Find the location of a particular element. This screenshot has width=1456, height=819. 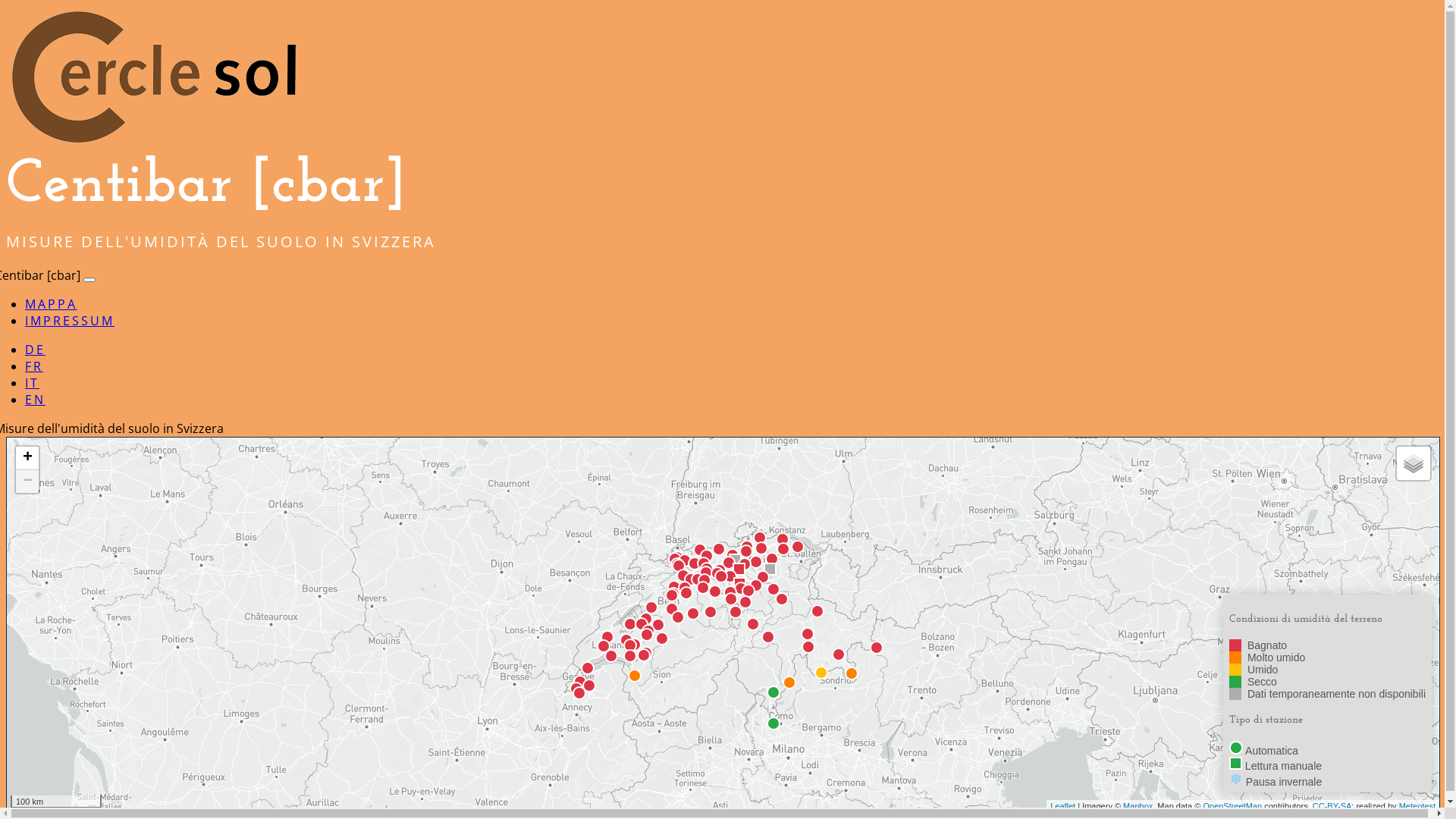

'Layers' is located at coordinates (1412, 462).